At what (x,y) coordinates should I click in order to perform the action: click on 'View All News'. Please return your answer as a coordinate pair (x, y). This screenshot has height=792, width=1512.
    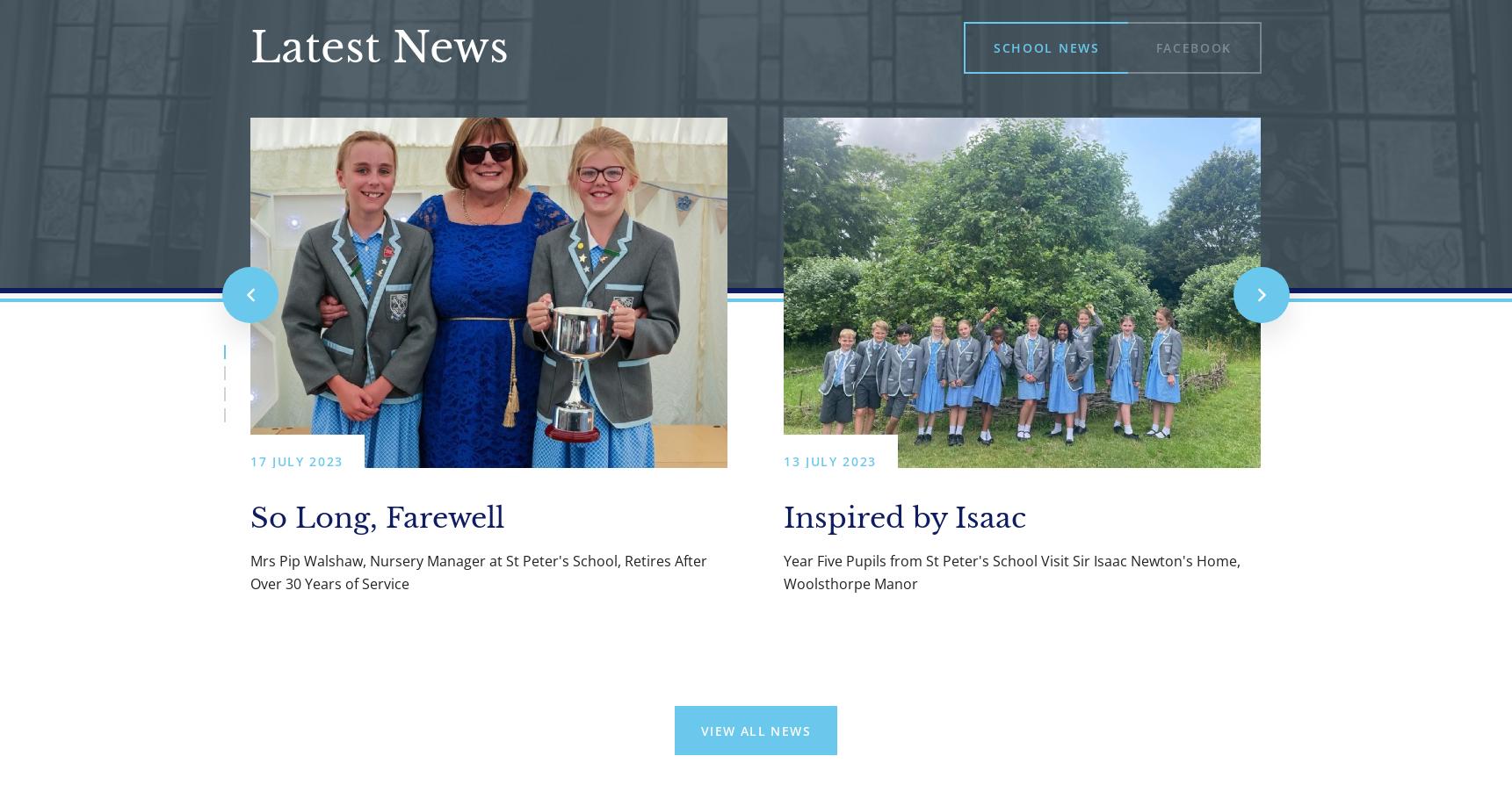
    Looking at the image, I should click on (698, 730).